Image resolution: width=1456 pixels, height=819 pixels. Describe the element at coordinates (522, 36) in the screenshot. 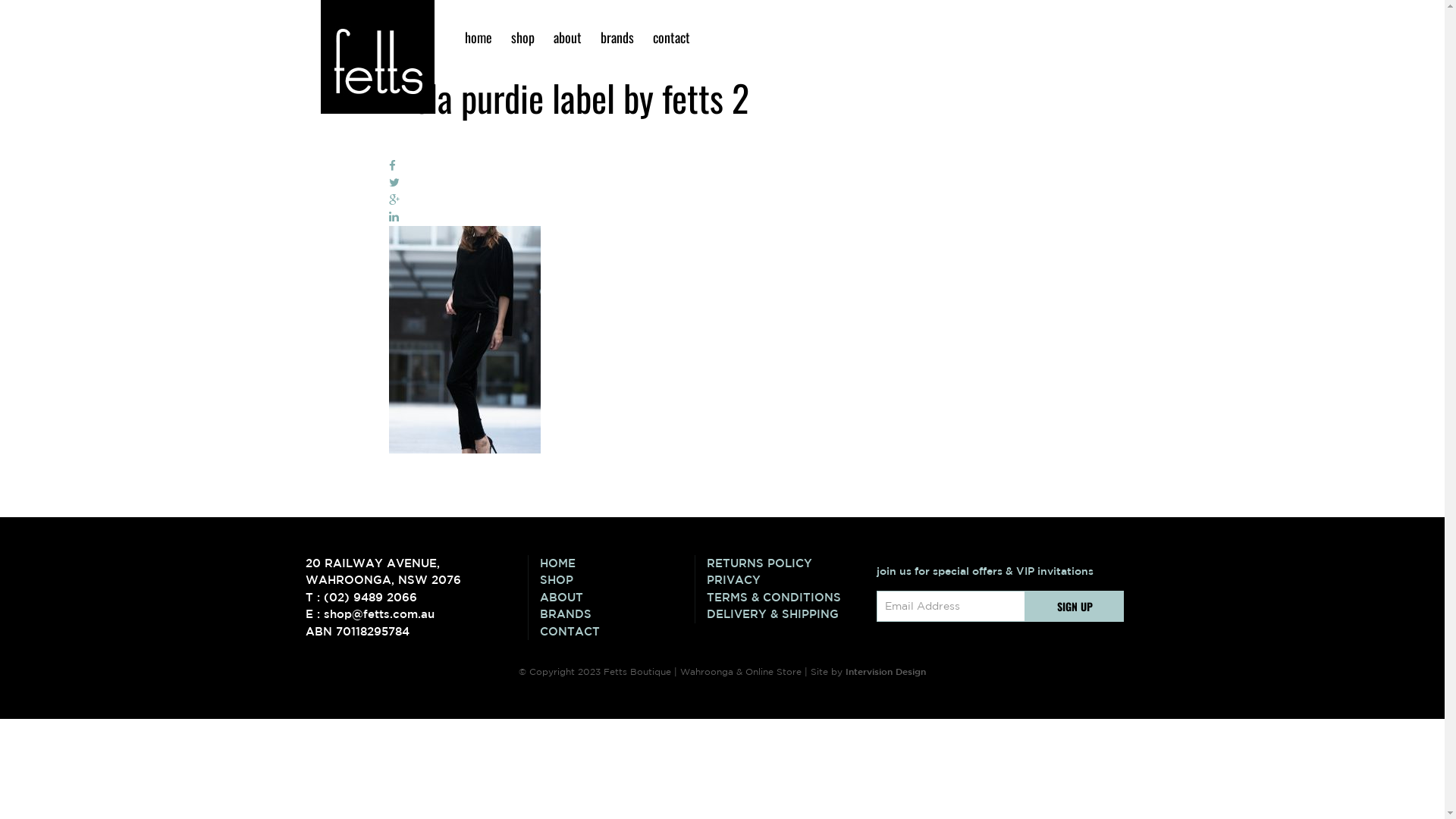

I see `'shop'` at that location.